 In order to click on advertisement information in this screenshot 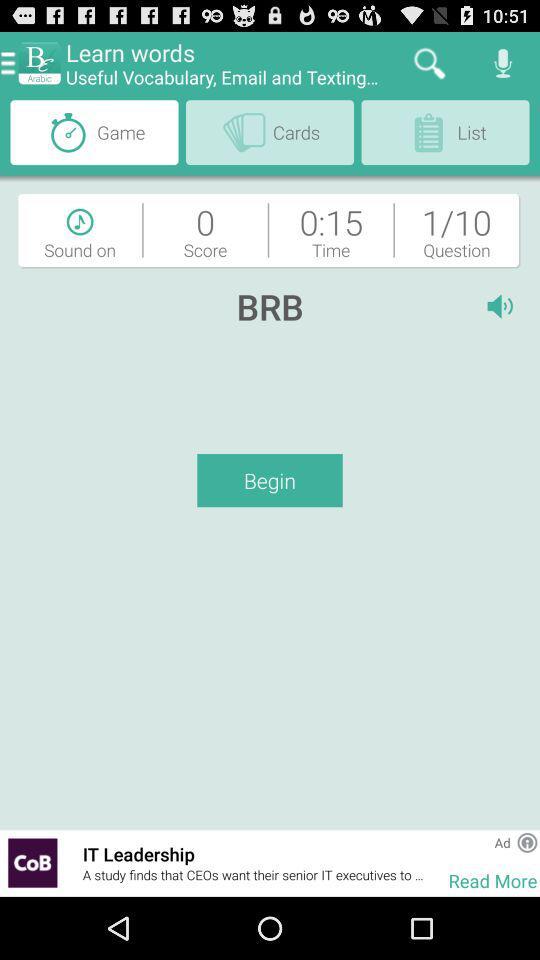, I will do `click(527, 841)`.